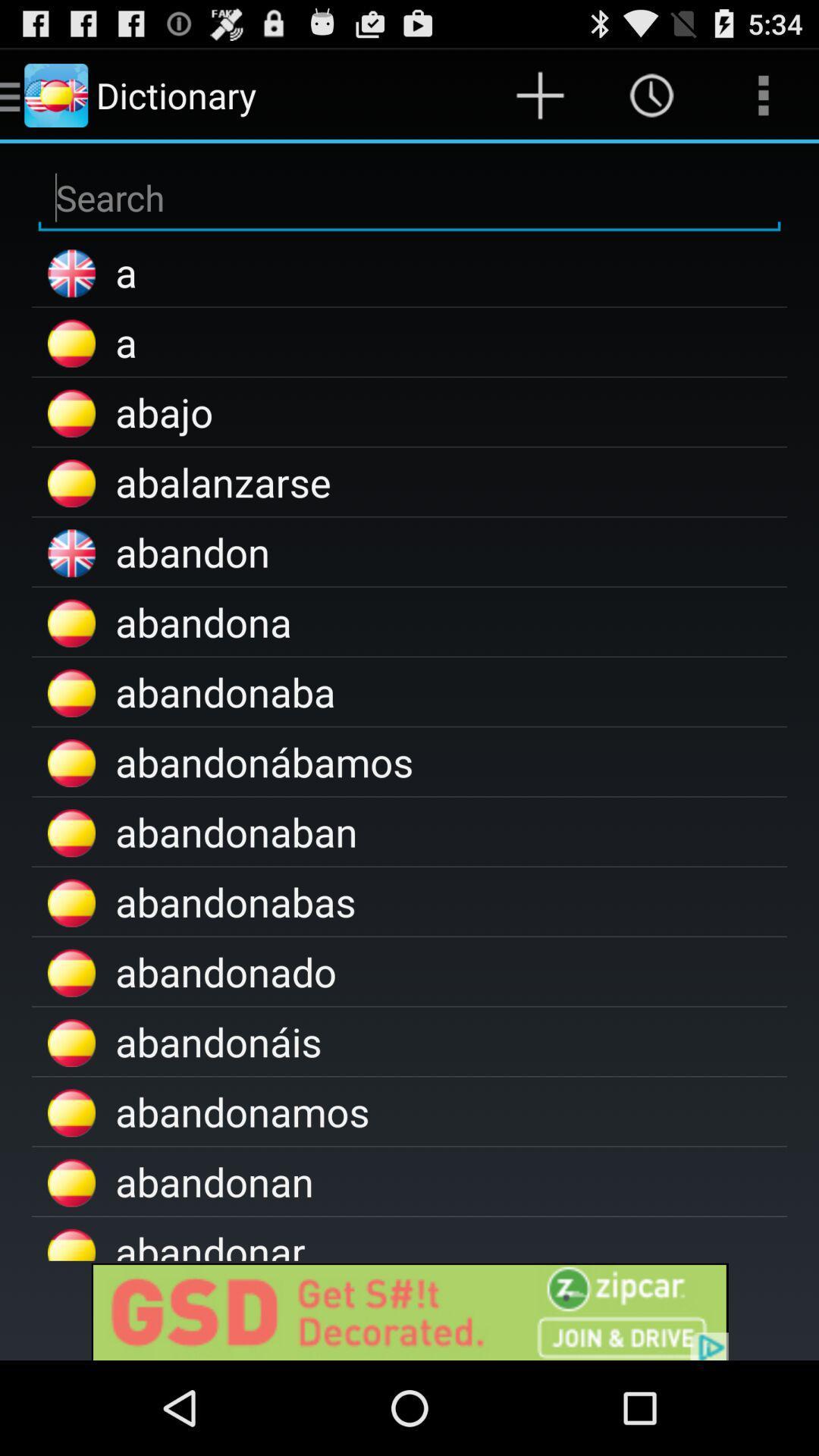 The height and width of the screenshot is (1456, 819). Describe the element at coordinates (409, 197) in the screenshot. I see `type in search box` at that location.